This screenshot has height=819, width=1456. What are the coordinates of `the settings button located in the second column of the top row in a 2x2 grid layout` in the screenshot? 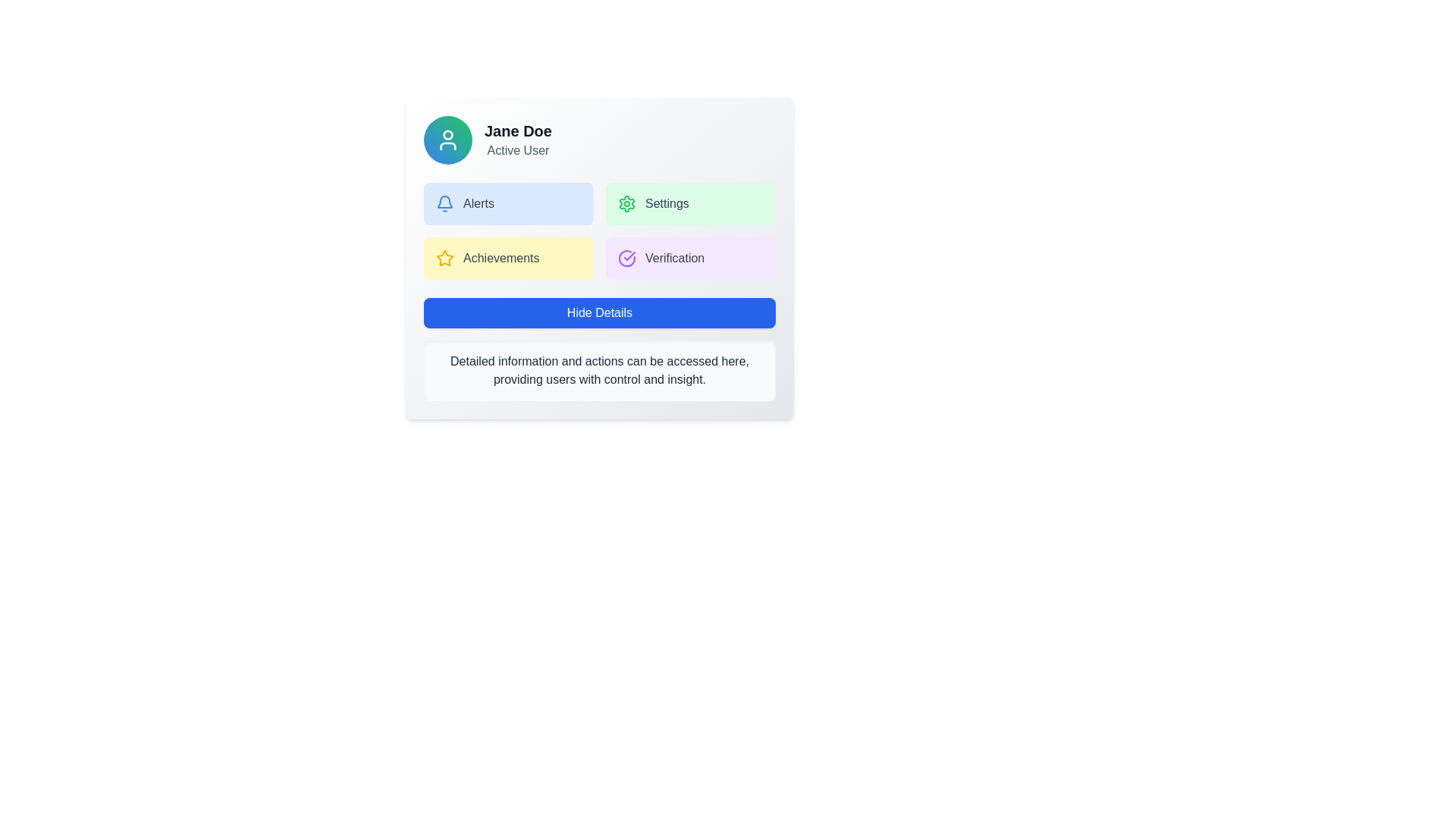 It's located at (690, 203).